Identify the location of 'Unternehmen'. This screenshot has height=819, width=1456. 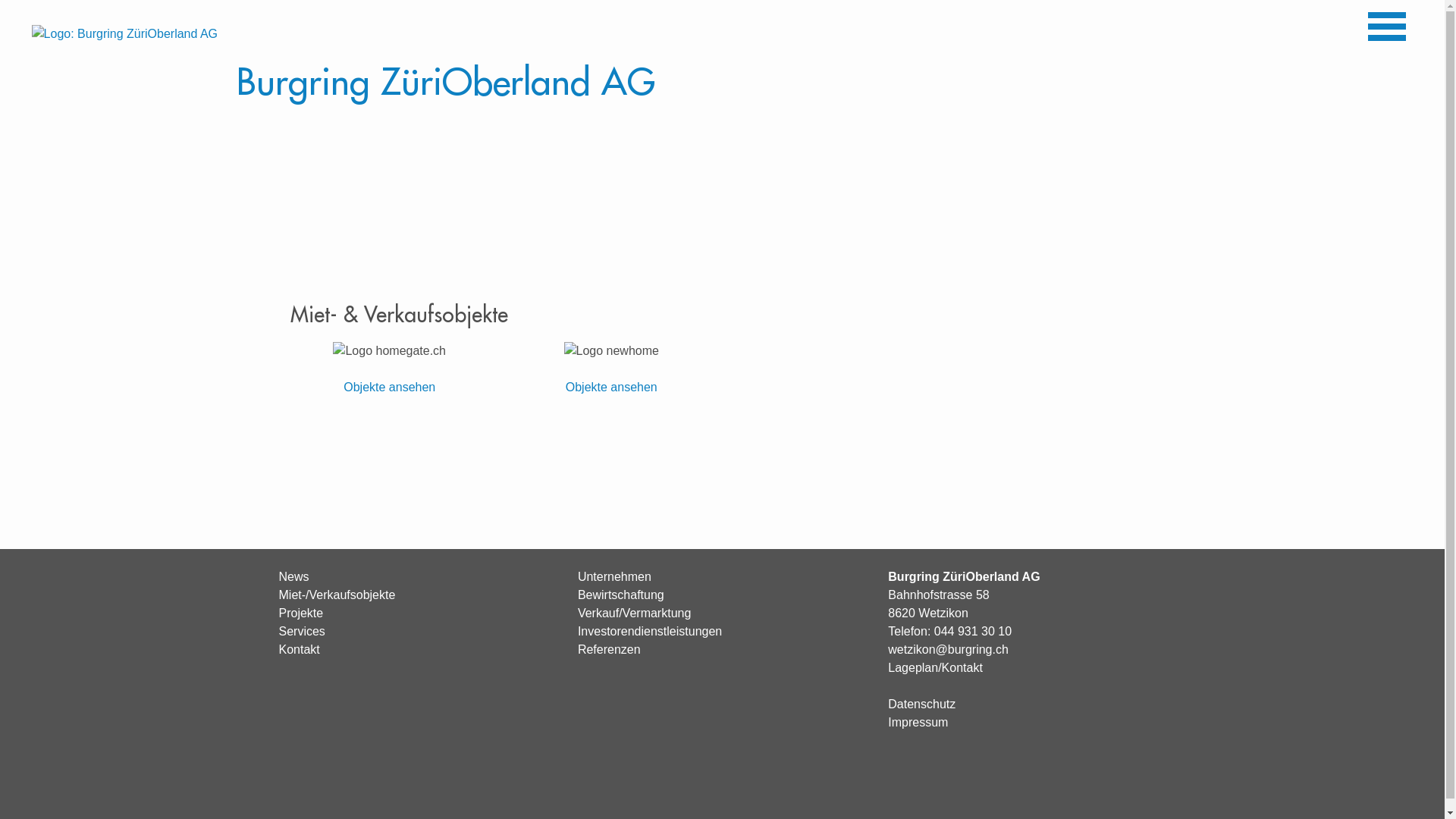
(577, 576).